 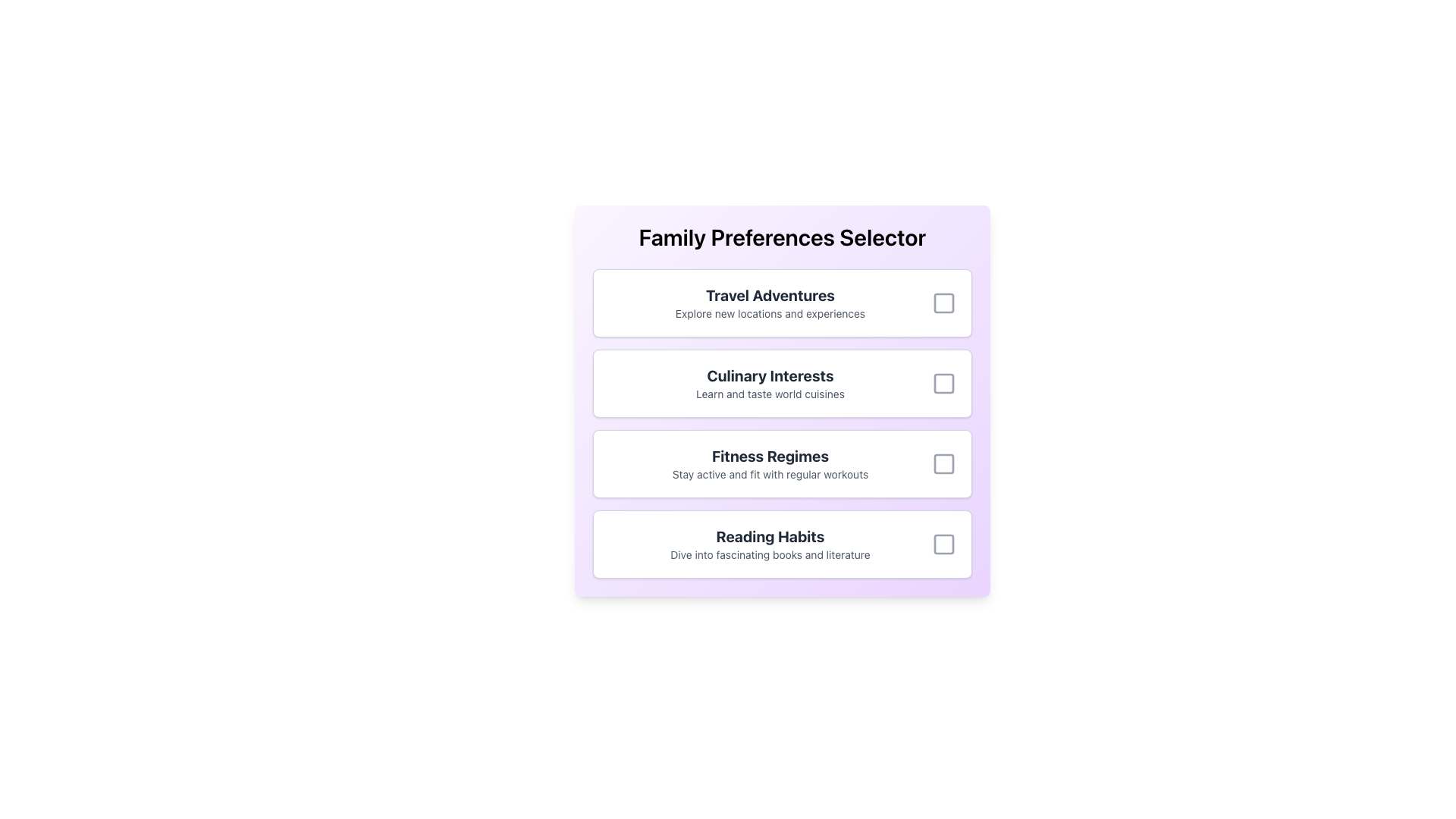 I want to click on the checkbox in the 'Travel Adventures' option, so click(x=943, y=303).